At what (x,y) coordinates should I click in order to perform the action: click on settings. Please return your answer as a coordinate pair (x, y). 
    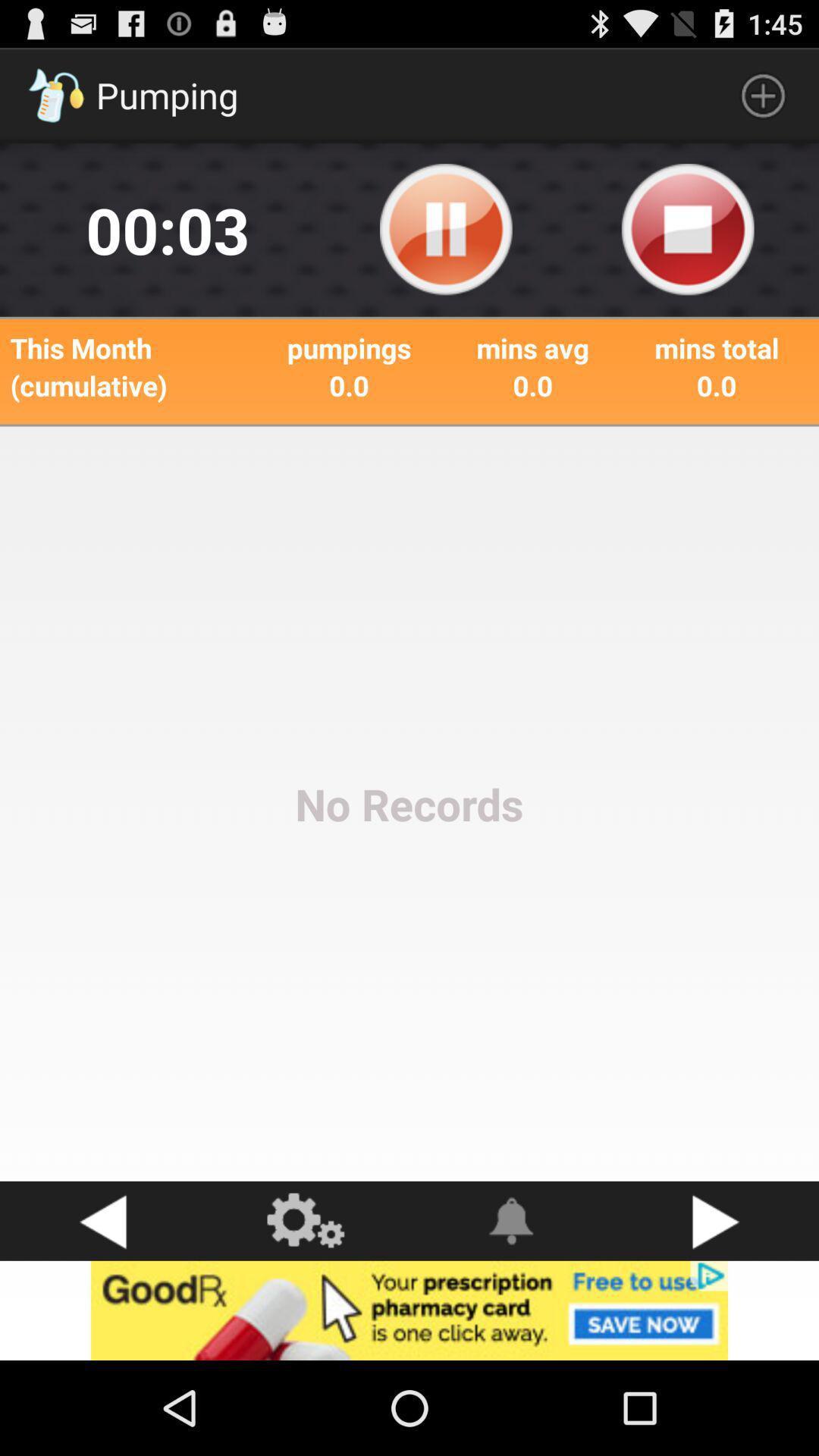
    Looking at the image, I should click on (307, 1221).